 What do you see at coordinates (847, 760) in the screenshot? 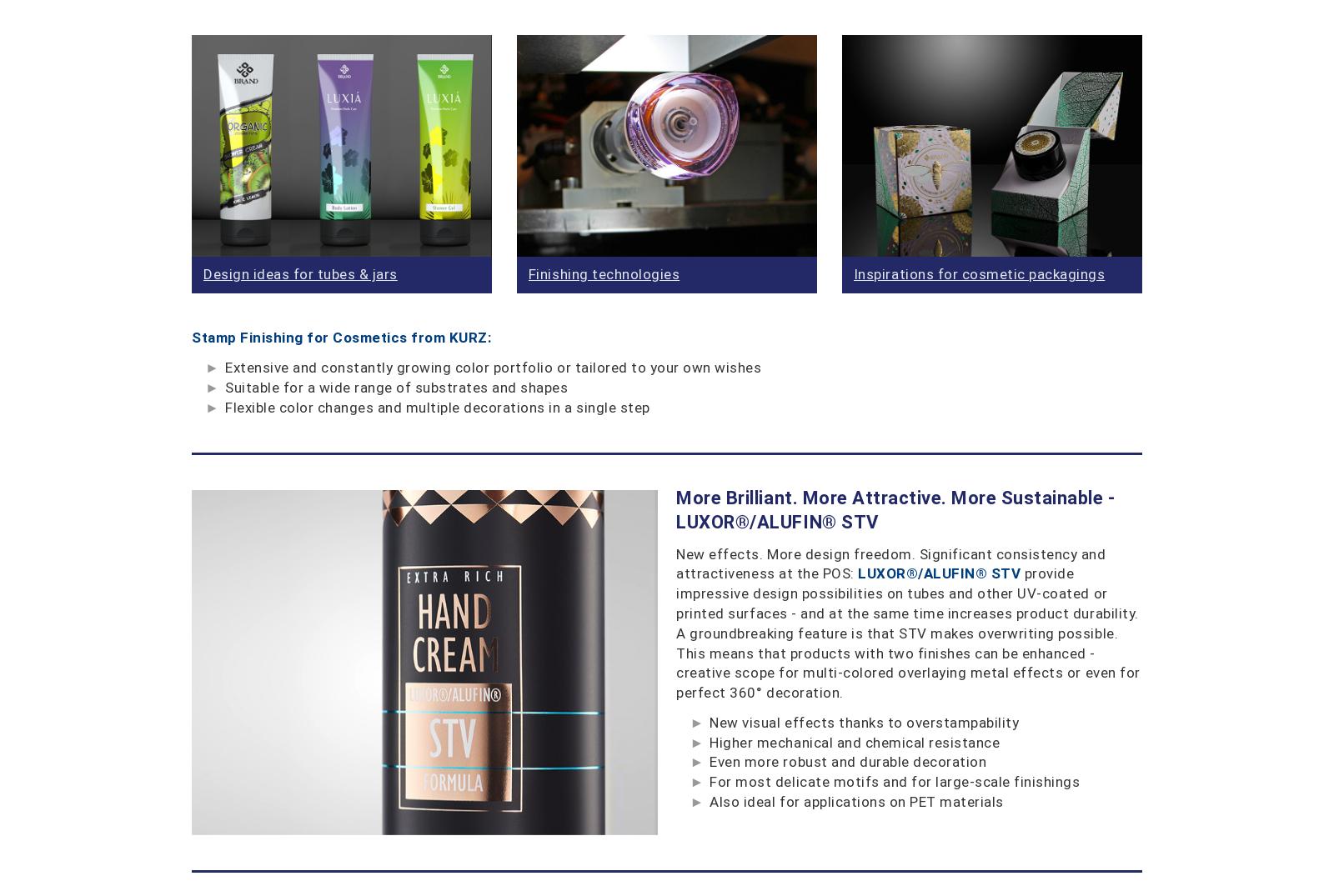
I see `'Even more robust and durable decoration'` at bounding box center [847, 760].